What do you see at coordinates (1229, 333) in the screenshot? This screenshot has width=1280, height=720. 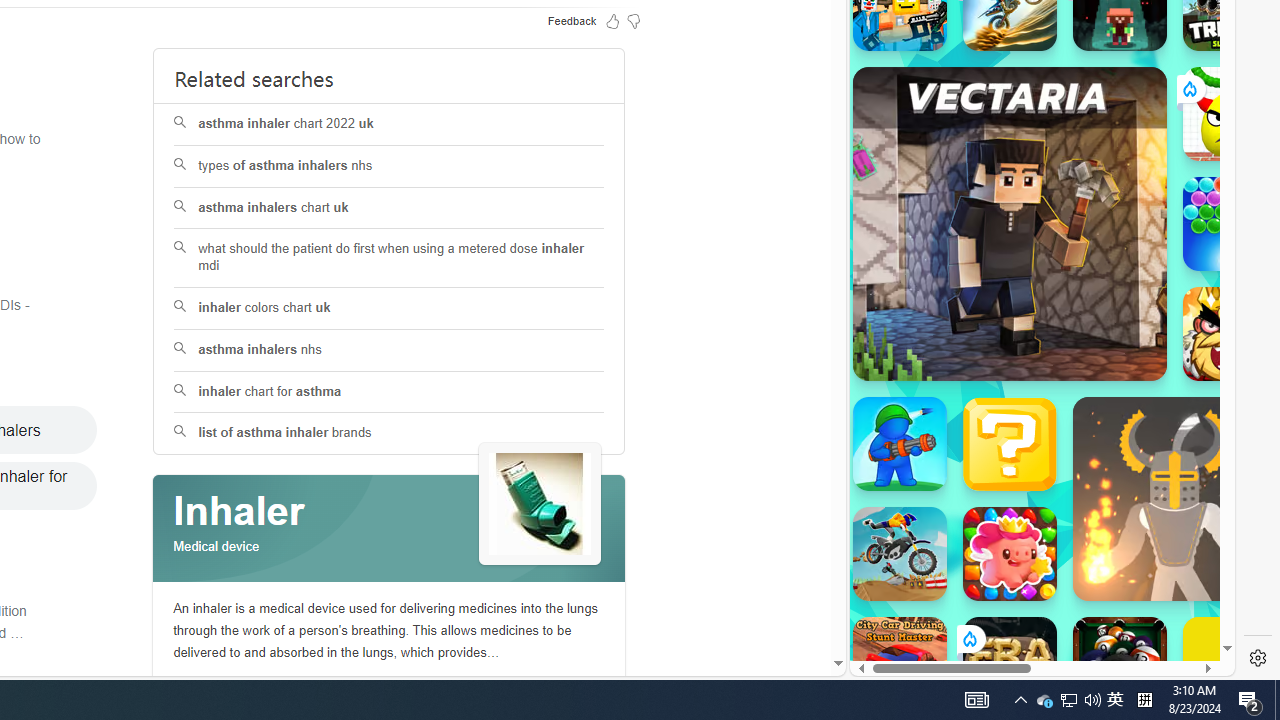 I see `'Like a King Like a King'` at bounding box center [1229, 333].